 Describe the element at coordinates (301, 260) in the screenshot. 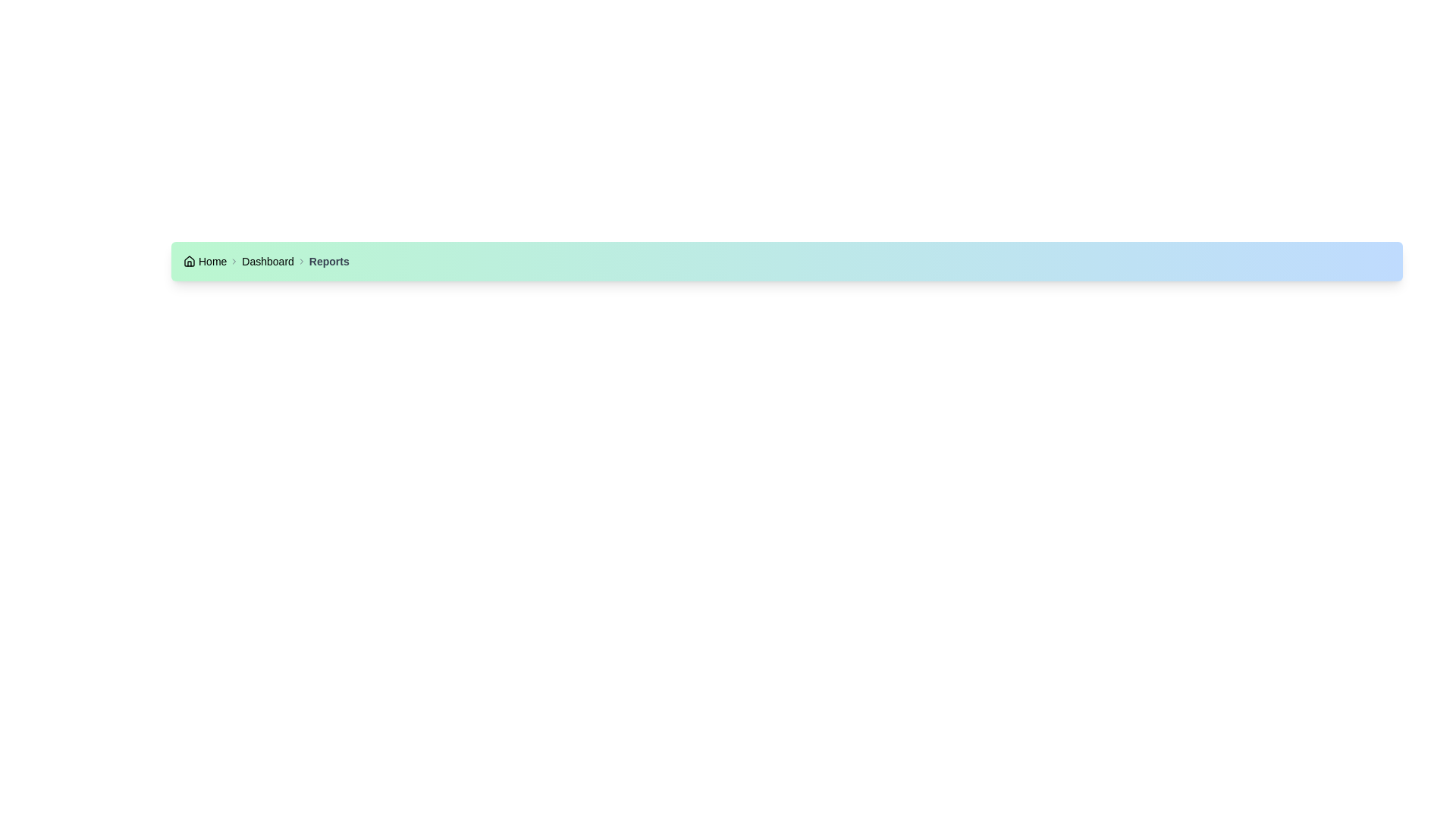

I see `the rightward-pointing chevron icon in the breadcrumb navigation bar, which is positioned between the 'Dashboard' and 'Reports' labels` at that location.